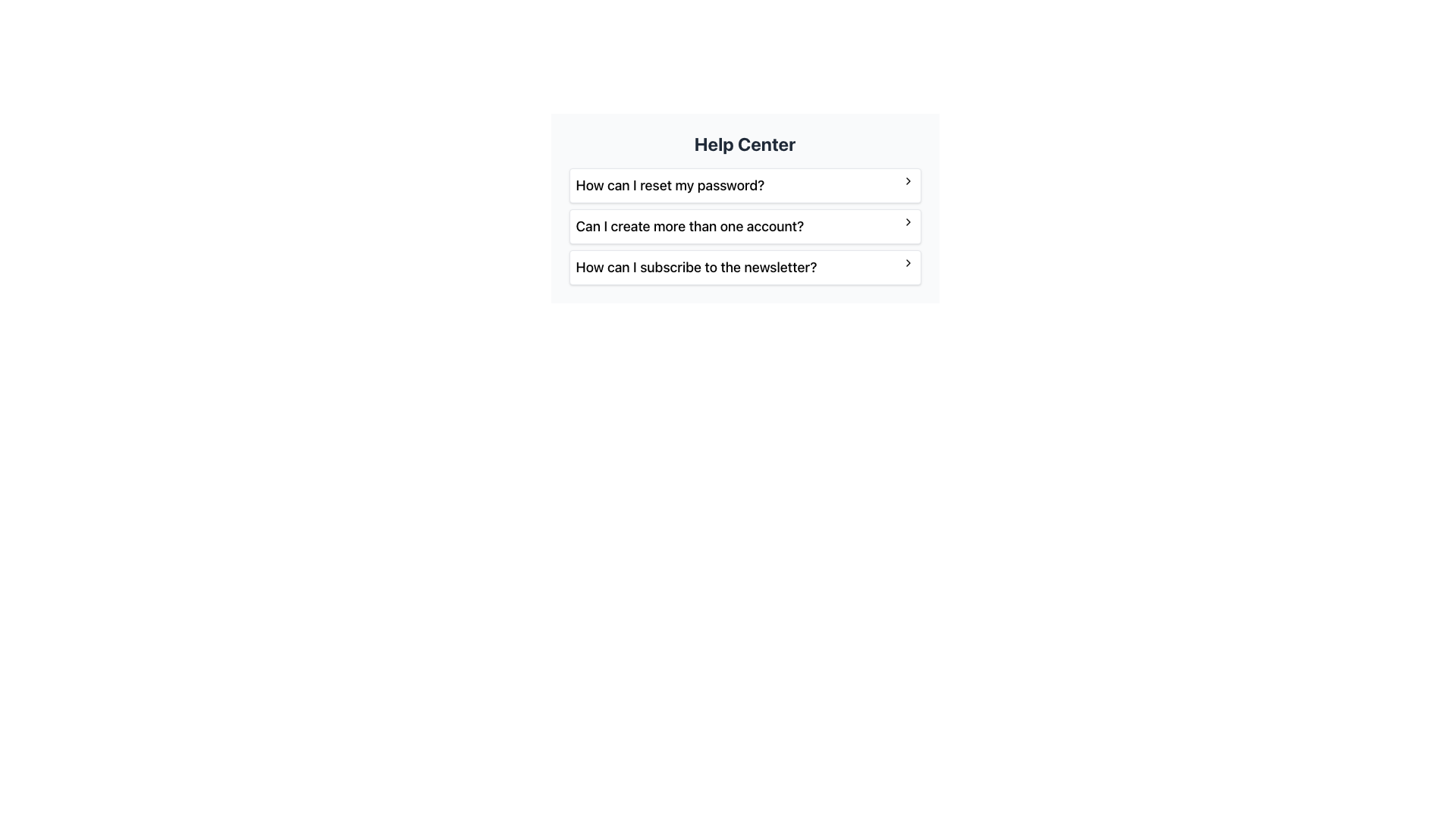  Describe the element at coordinates (745, 227) in the screenshot. I see `the text-based question 'Can I create more than one account?' in the Interactive FAQ item` at that location.